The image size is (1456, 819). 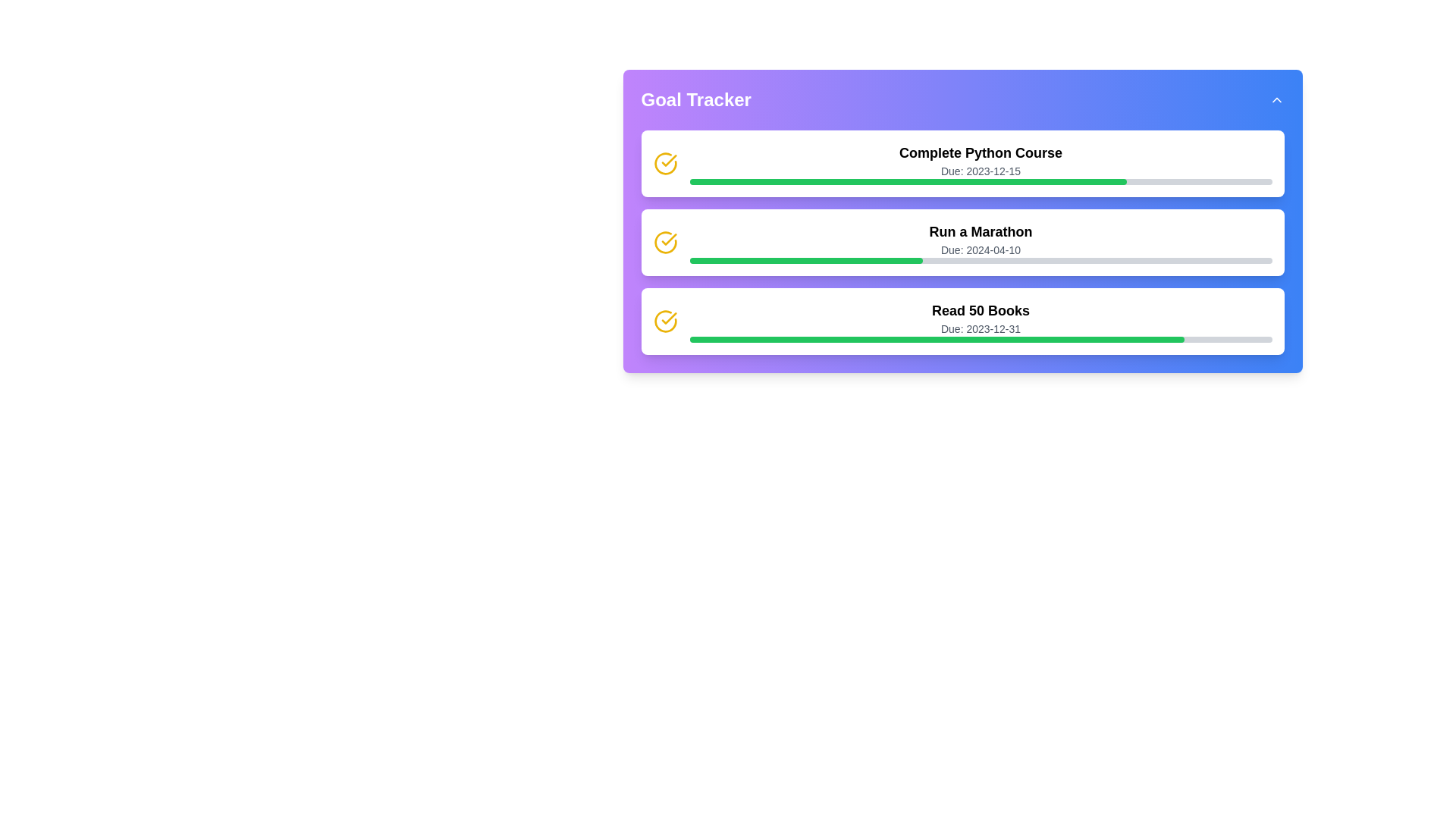 What do you see at coordinates (981, 171) in the screenshot?
I see `the text snippet displaying 'Due: 2023-12-15' located beneath the title 'Complete Python Course' in the card-like interface` at bounding box center [981, 171].